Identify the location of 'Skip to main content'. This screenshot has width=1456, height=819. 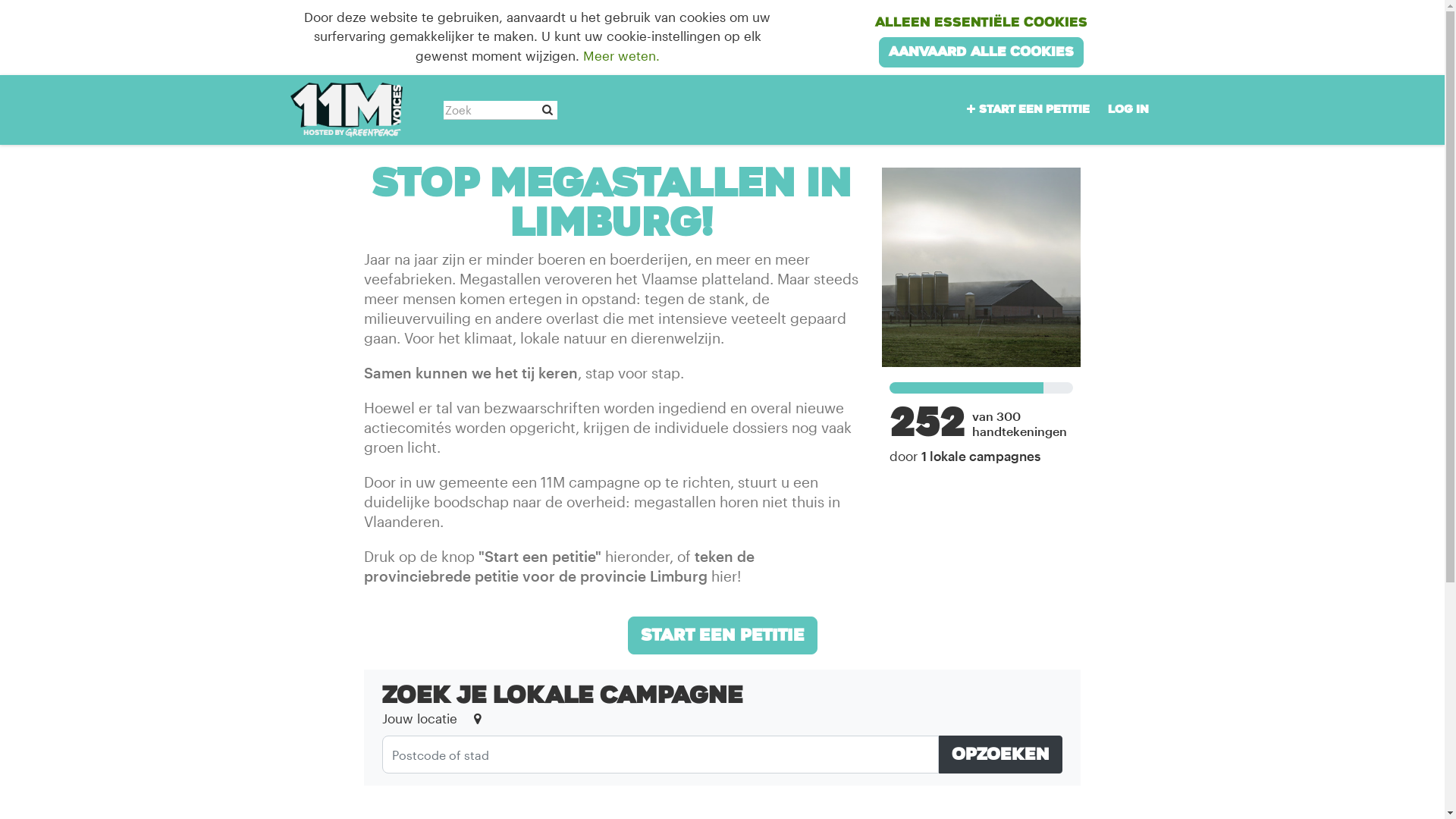
(0, 0).